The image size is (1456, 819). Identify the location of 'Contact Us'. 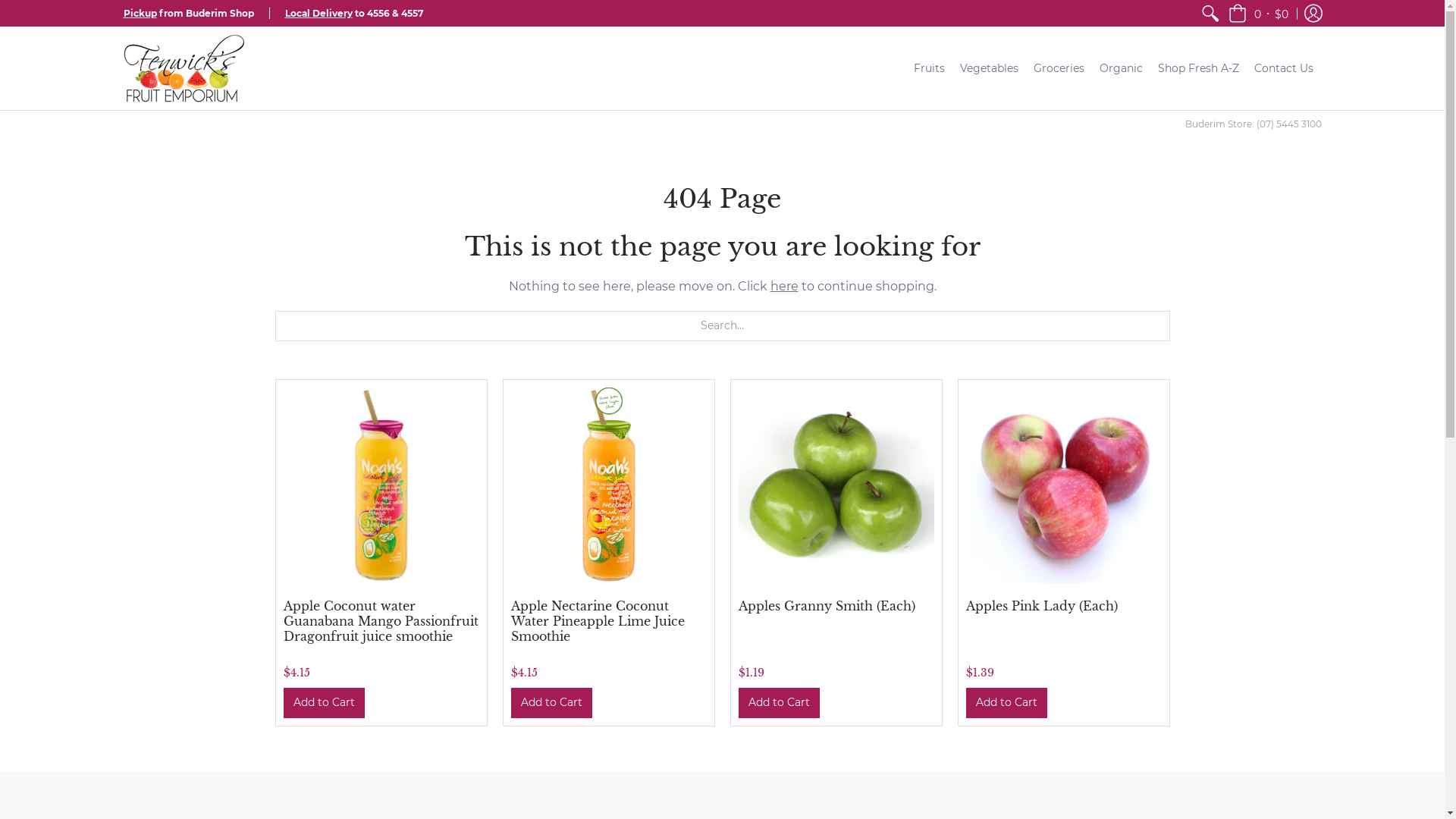
(1246, 67).